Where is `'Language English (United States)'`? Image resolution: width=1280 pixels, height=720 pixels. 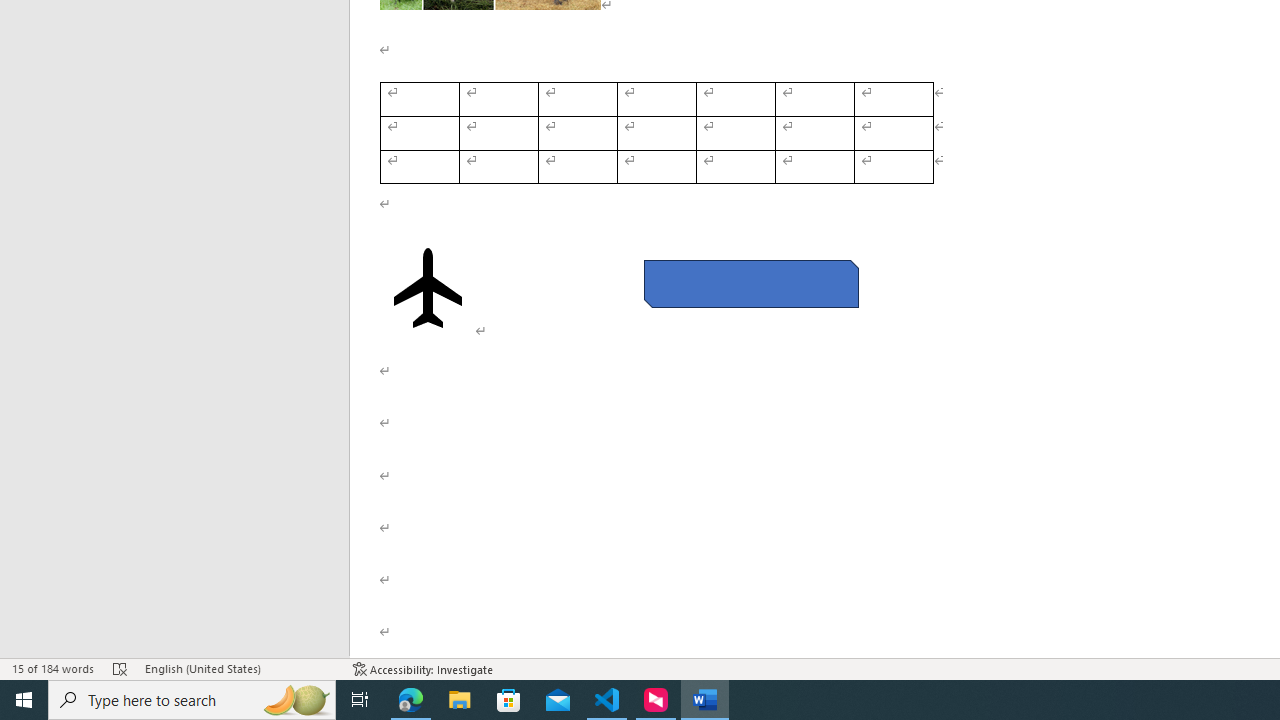 'Language English (United States)' is located at coordinates (239, 669).